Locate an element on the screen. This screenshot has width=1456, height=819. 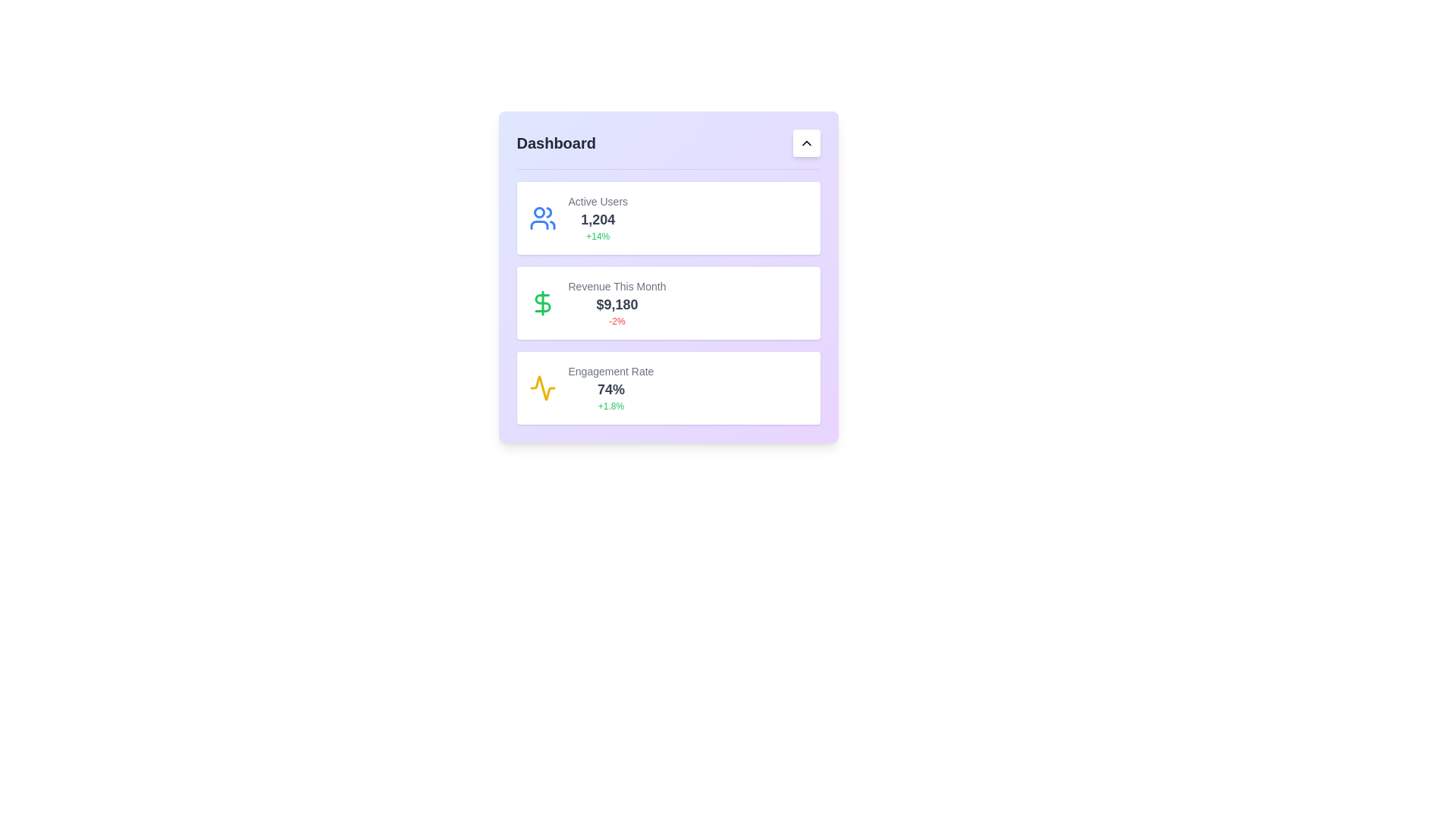
displayed revenue amount from the text label positioned centrally within the 'Revenue This Month' card, located between the 'Revenue This Month' label and the '-2%' percentage indicator is located at coordinates (617, 304).